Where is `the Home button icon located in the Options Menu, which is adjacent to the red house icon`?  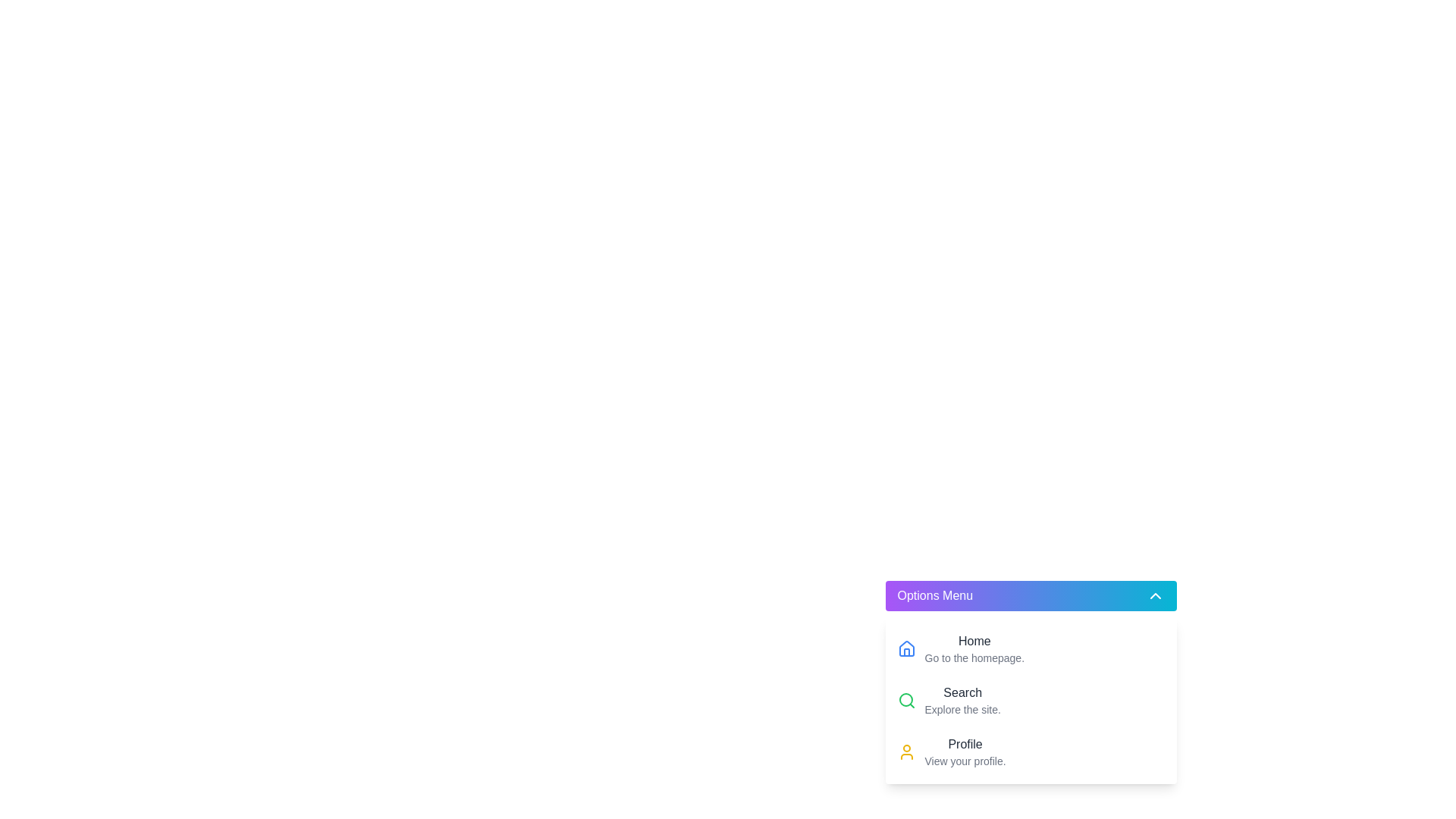
the Home button icon located in the Options Menu, which is adjacent to the red house icon is located at coordinates (906, 648).